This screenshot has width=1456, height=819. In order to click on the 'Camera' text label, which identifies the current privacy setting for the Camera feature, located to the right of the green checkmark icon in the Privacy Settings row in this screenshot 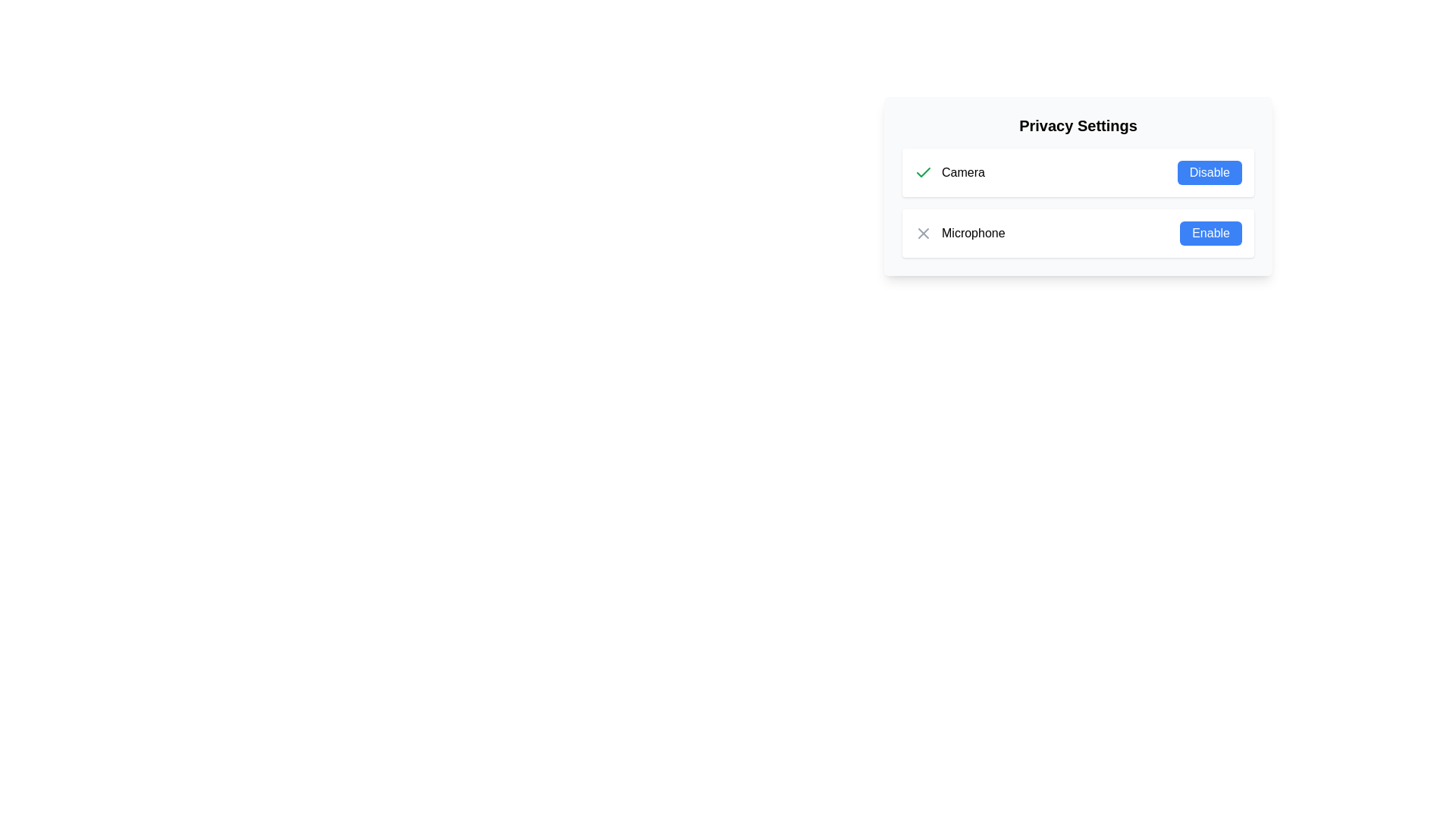, I will do `click(962, 171)`.